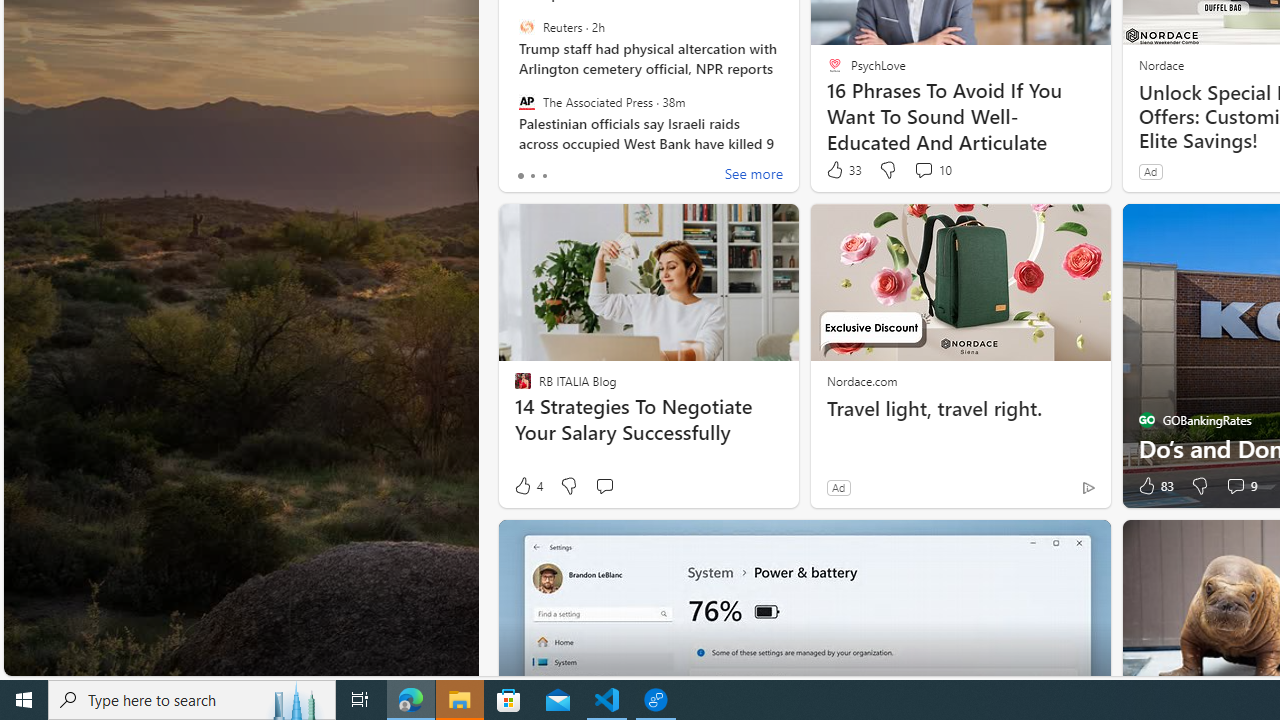 Image resolution: width=1280 pixels, height=720 pixels. What do you see at coordinates (1234, 486) in the screenshot?
I see `'View comments 9 Comment'` at bounding box center [1234, 486].